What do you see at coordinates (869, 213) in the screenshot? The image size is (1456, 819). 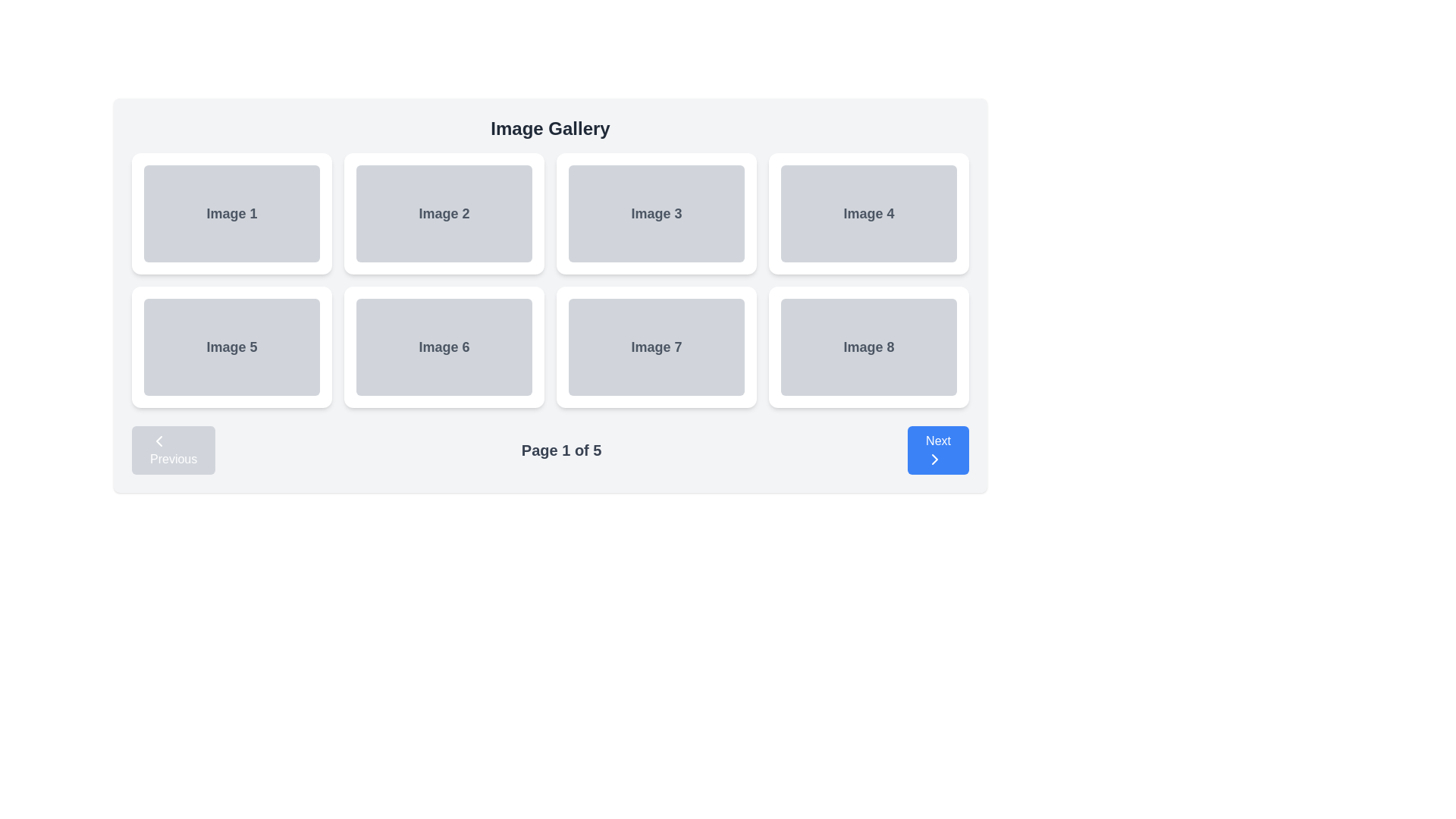 I see `the gallery item labeled 'Image 4' by clicking on the card located in the first row of the 4x2 grid layout` at bounding box center [869, 213].